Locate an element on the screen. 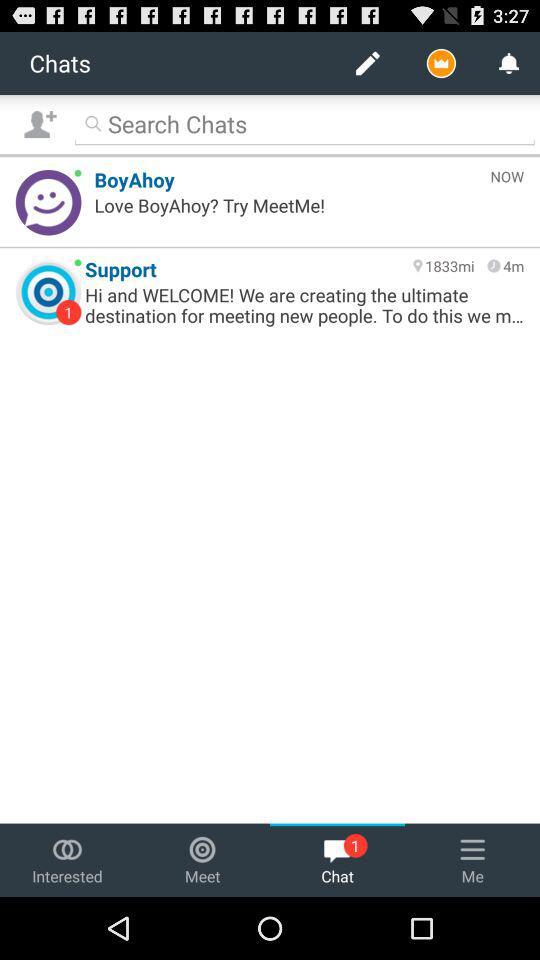  the chat option is located at coordinates (337, 859).